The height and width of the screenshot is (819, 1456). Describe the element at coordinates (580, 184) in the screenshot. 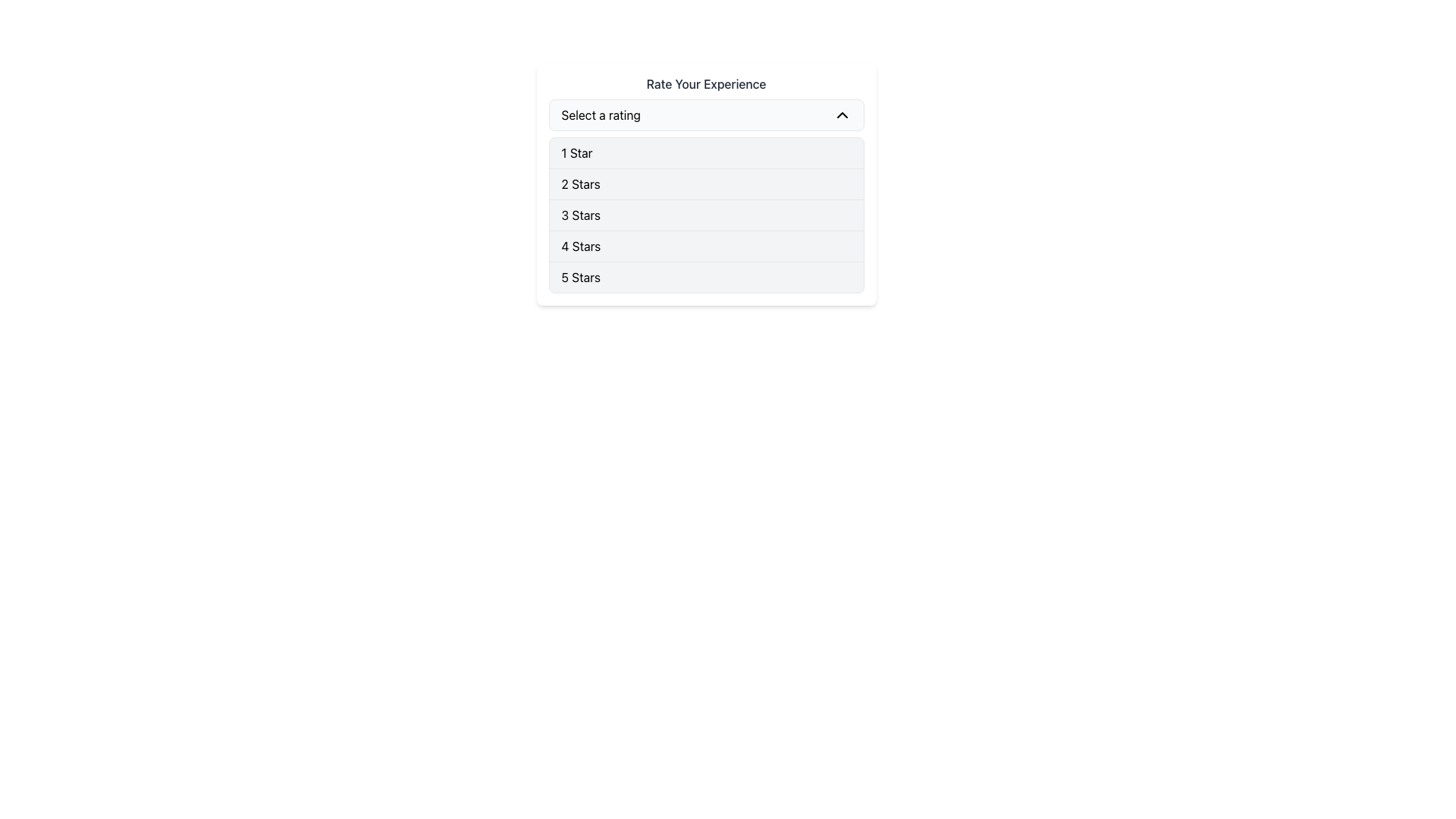

I see `the '2 Stars' rating selection option in the dropdown menu` at that location.